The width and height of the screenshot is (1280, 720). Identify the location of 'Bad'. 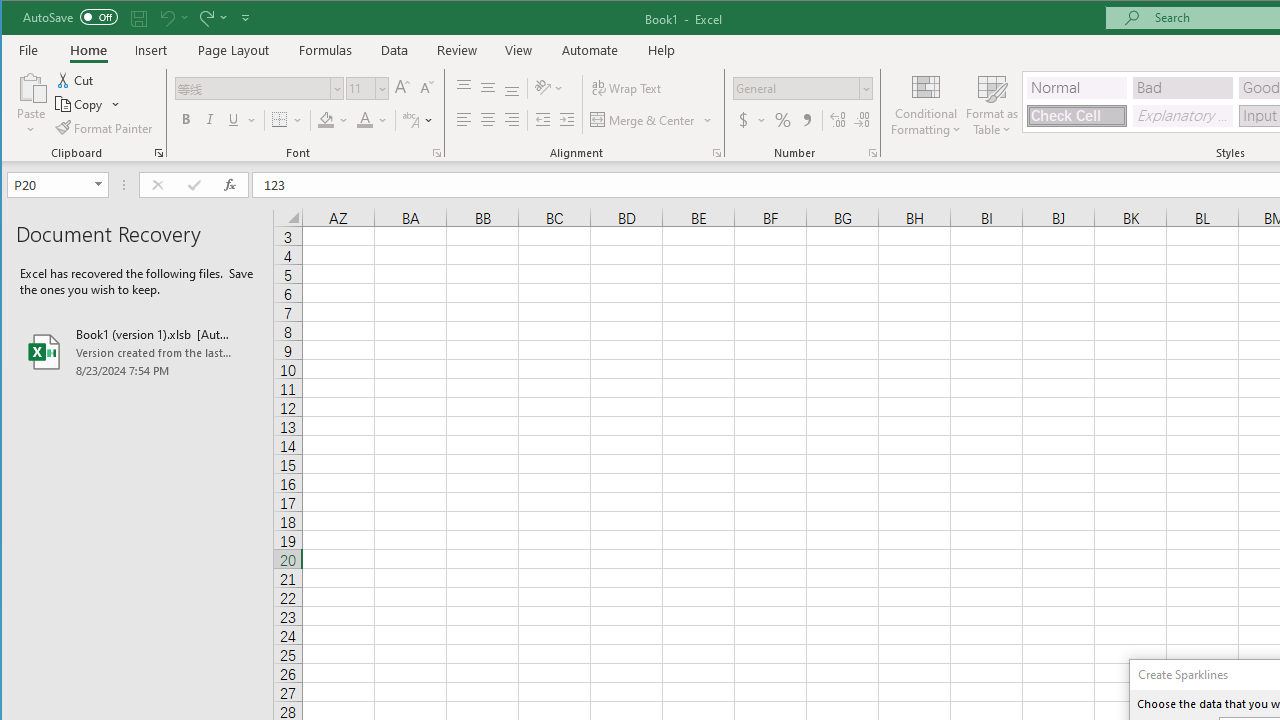
(1183, 87).